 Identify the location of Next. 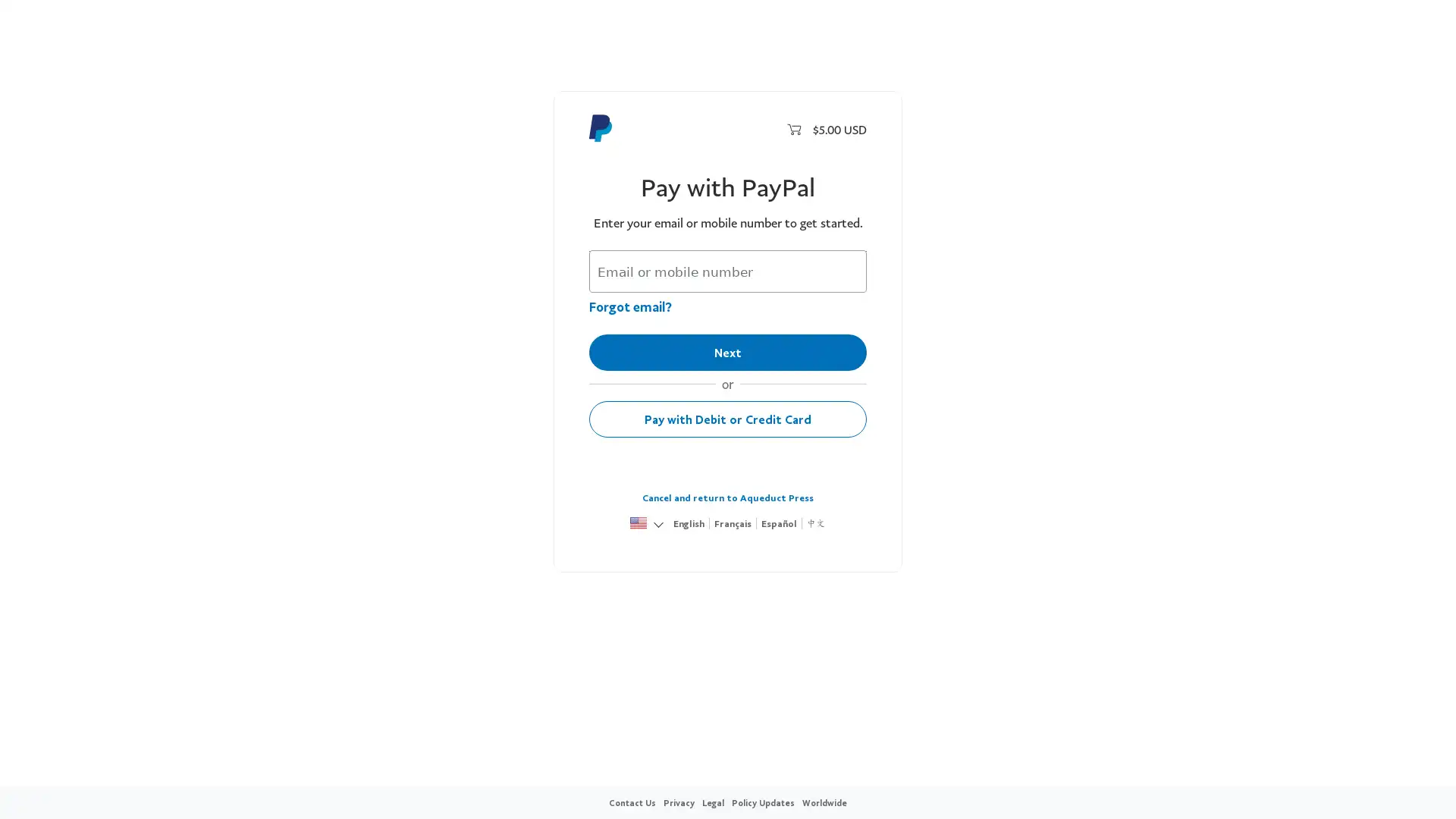
(728, 353).